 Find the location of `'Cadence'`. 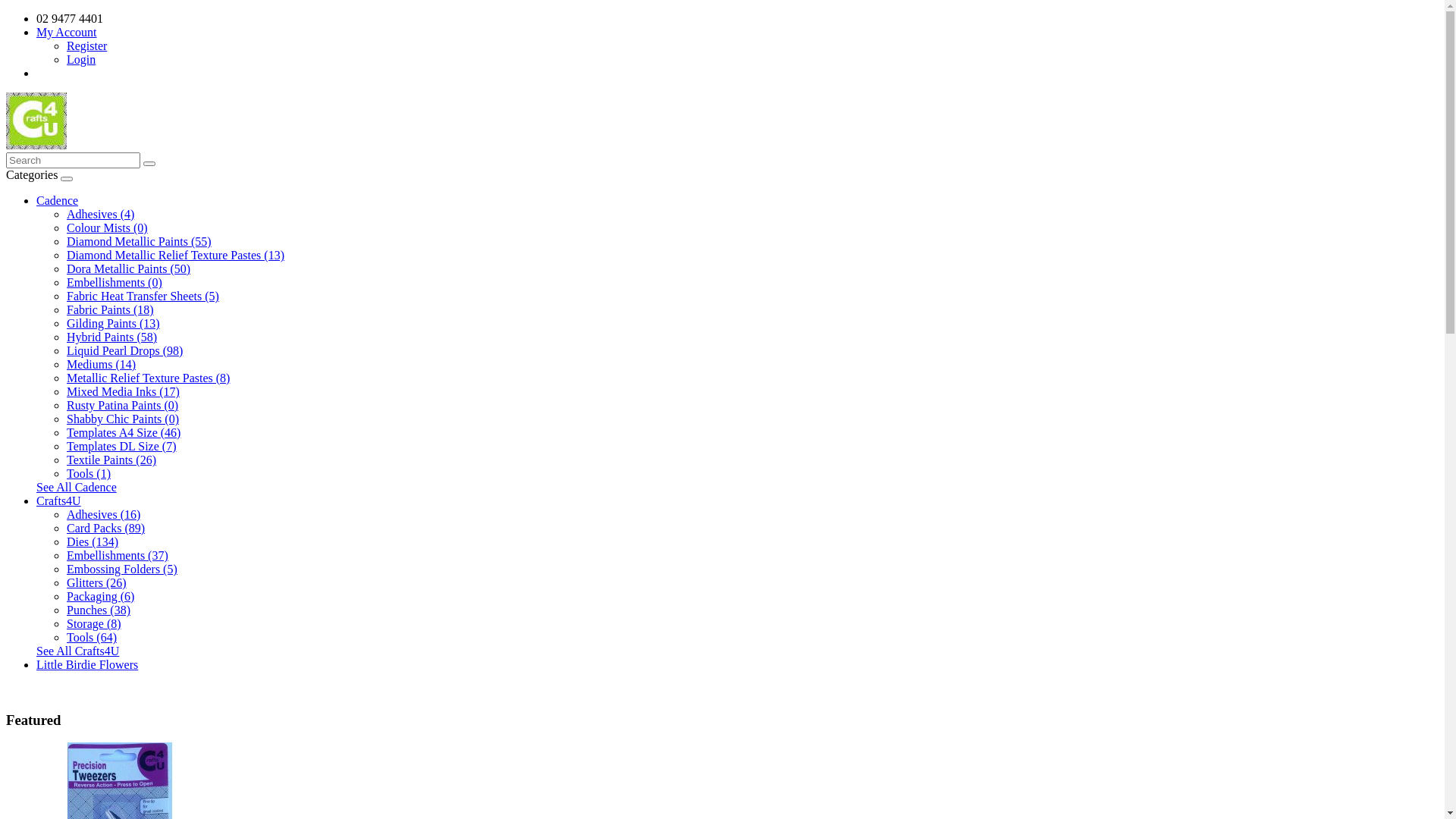

'Cadence' is located at coordinates (57, 199).